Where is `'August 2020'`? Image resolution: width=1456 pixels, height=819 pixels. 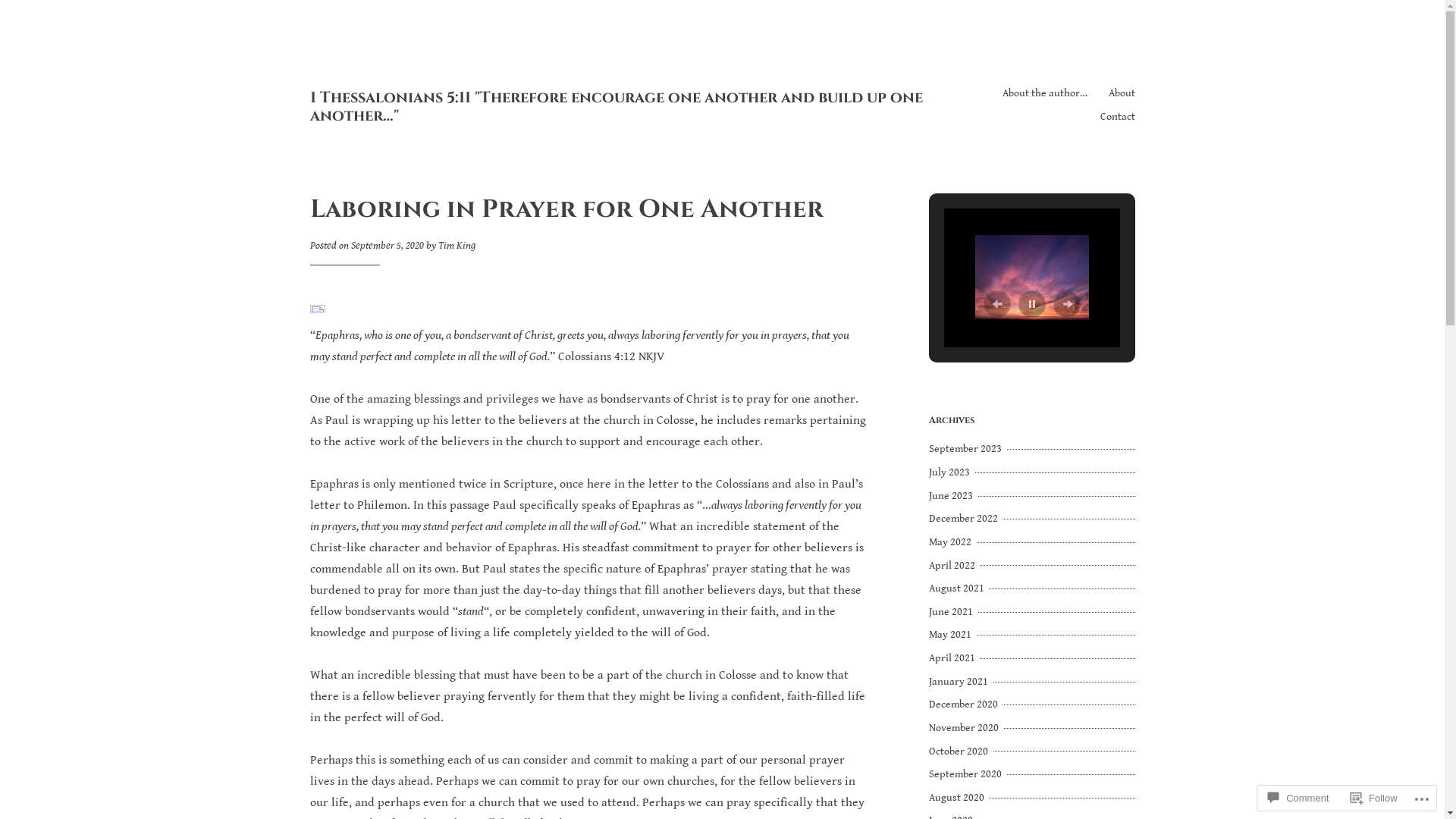 'August 2020' is located at coordinates (957, 797).